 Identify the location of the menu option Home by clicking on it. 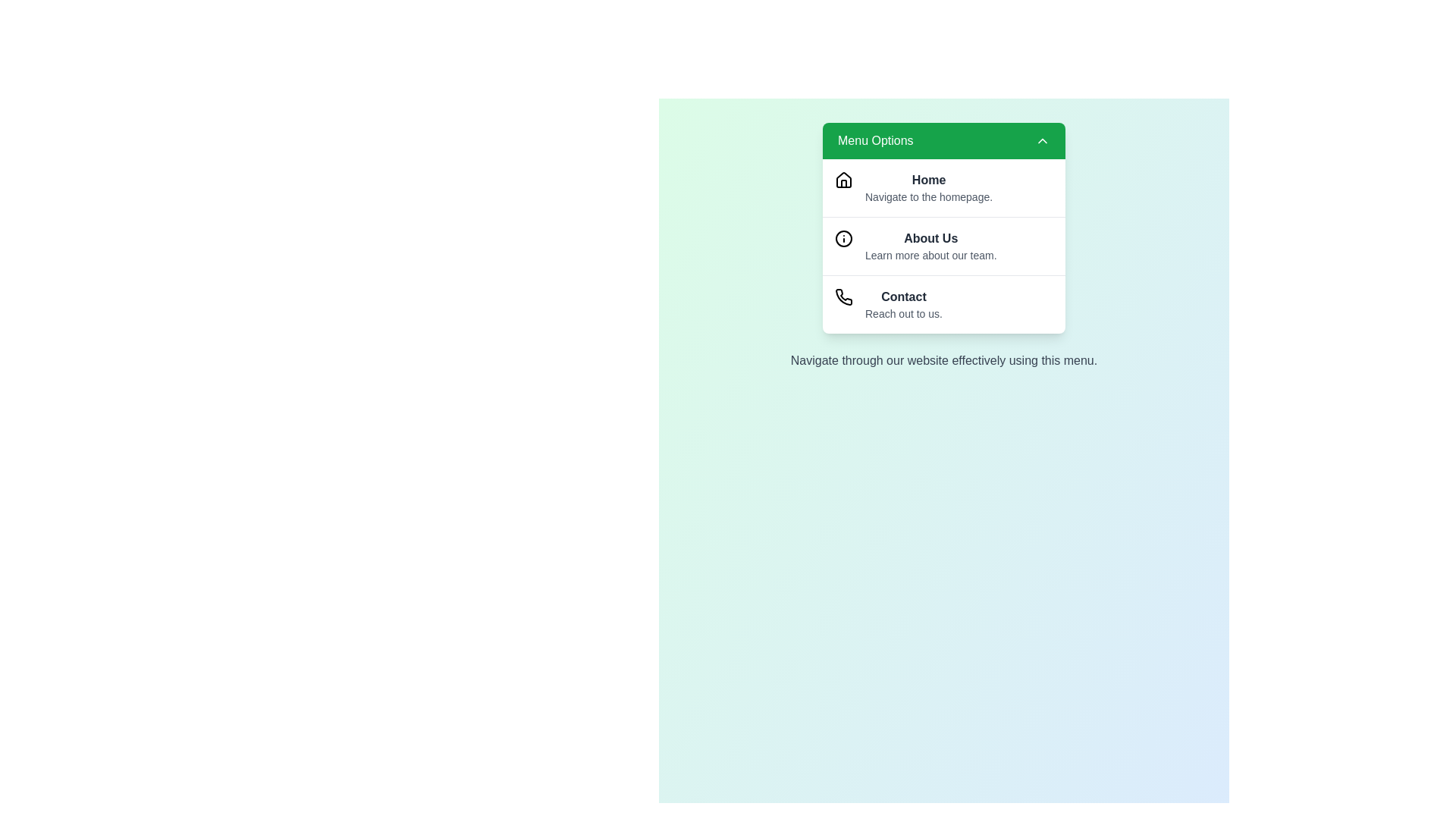
(943, 187).